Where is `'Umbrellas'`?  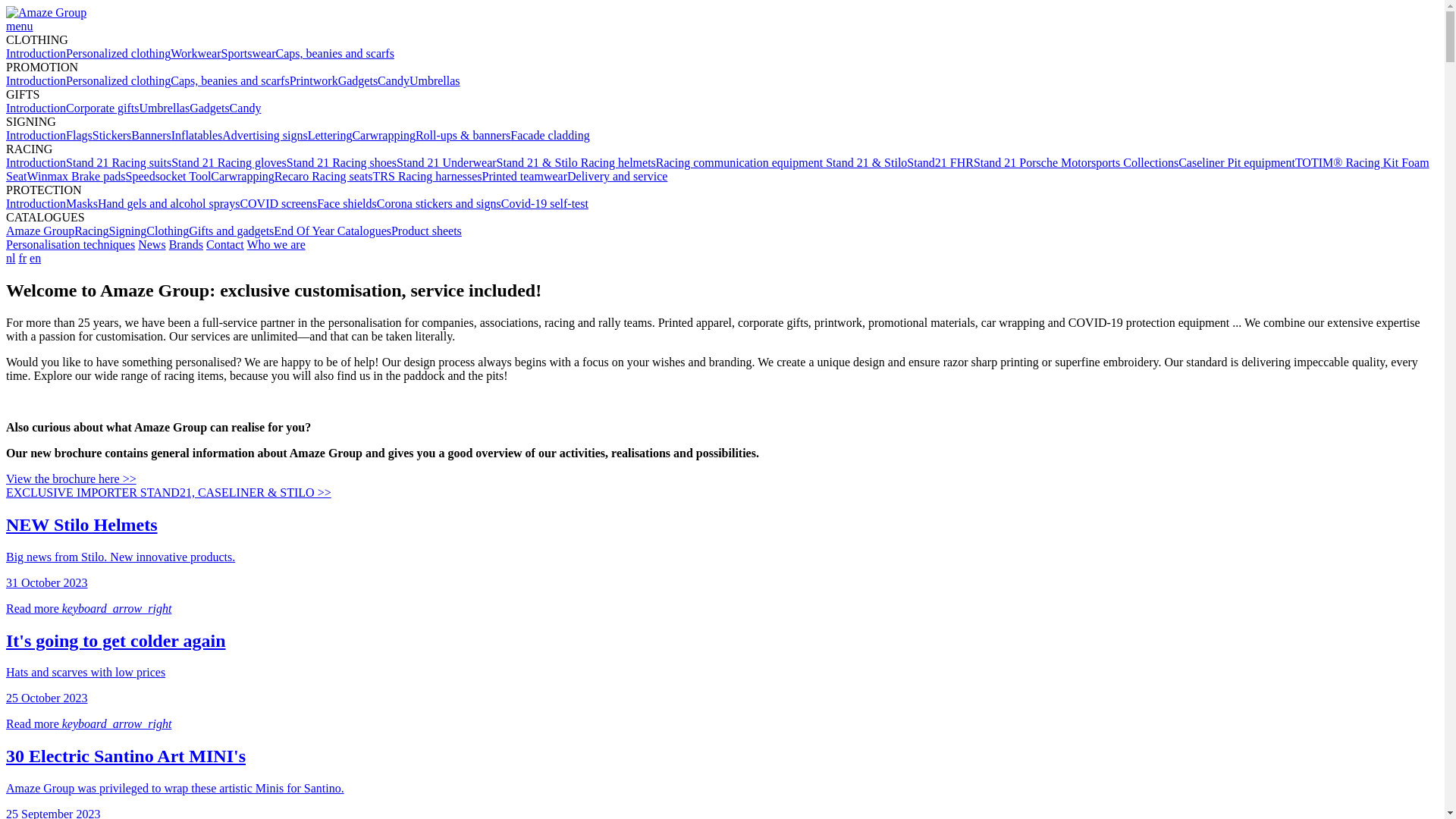
'Umbrellas' is located at coordinates (434, 80).